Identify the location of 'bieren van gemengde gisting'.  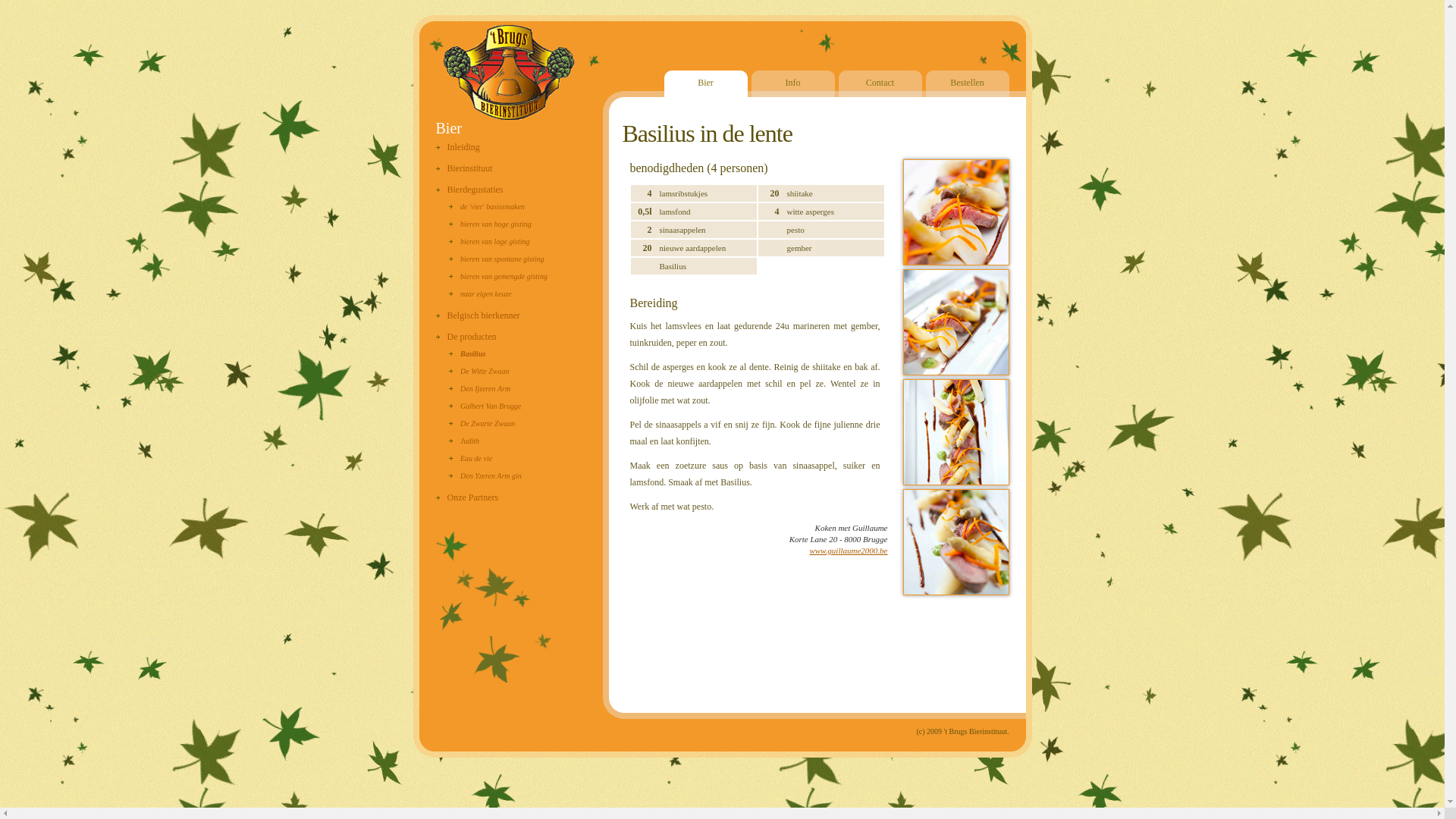
(498, 276).